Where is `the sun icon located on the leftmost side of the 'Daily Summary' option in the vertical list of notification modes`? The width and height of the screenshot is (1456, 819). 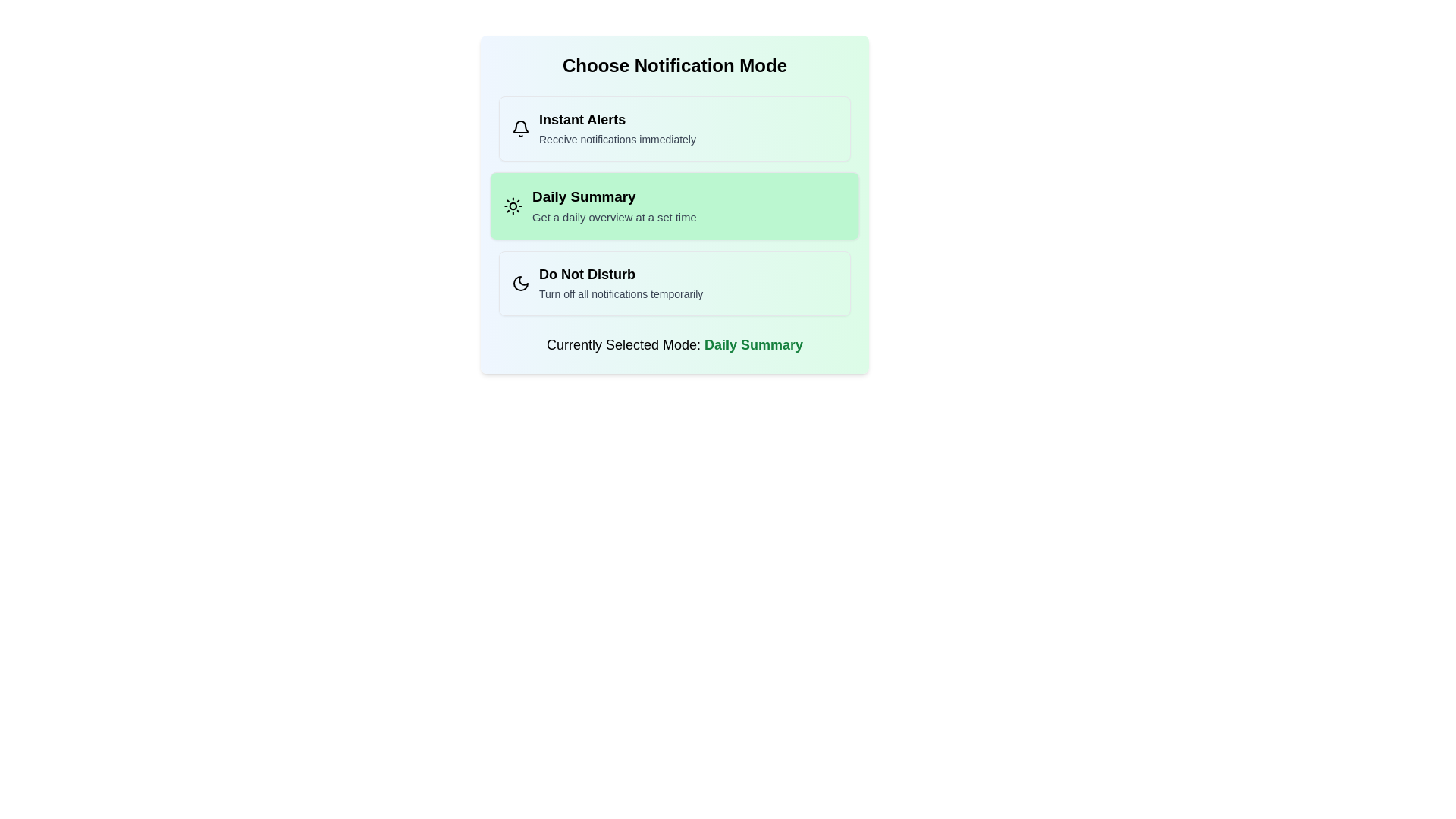
the sun icon located on the leftmost side of the 'Daily Summary' option in the vertical list of notification modes is located at coordinates (513, 206).